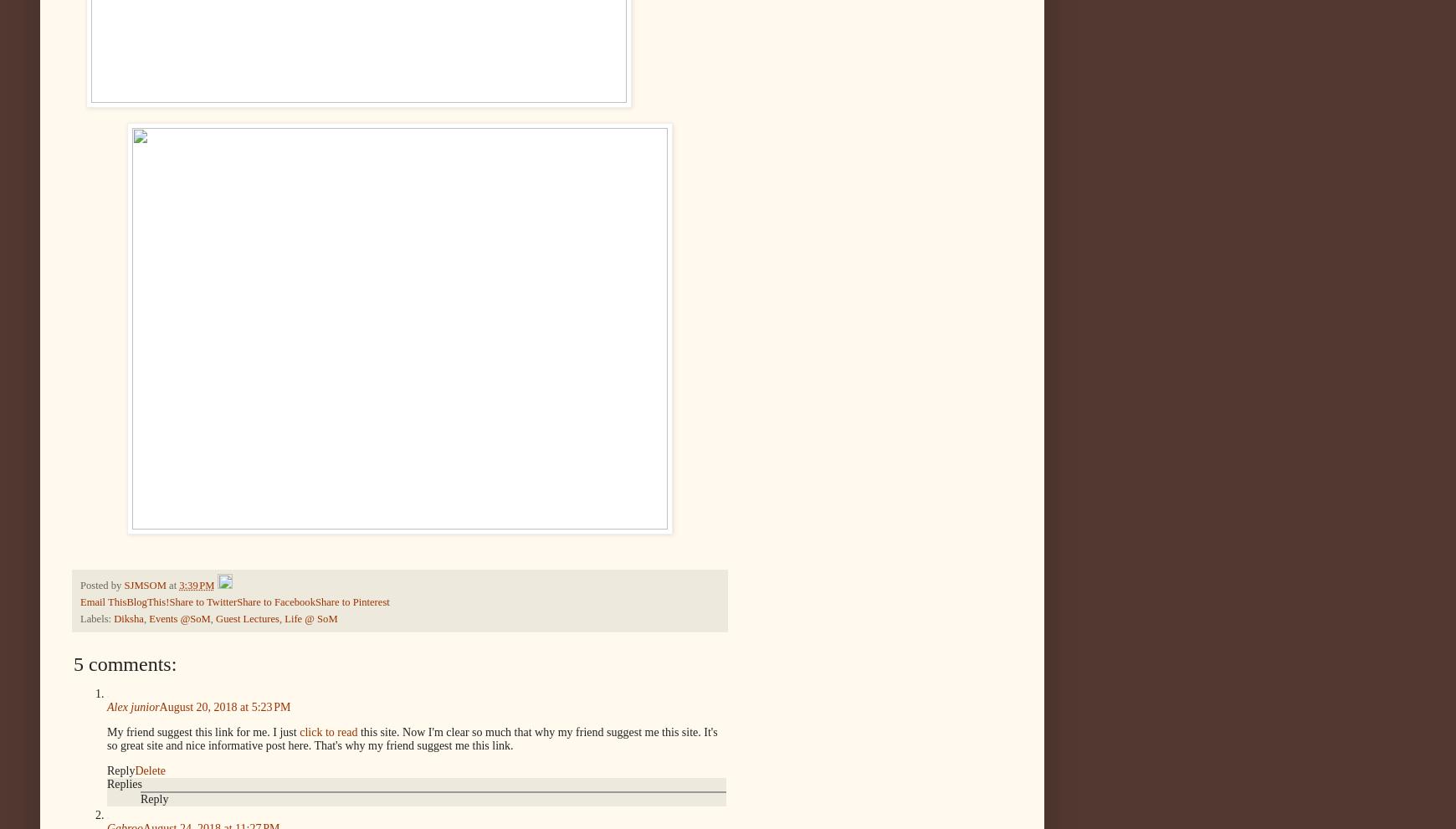 The height and width of the screenshot is (829, 1456). Describe the element at coordinates (146, 601) in the screenshot. I see `'BlogThis!'` at that location.